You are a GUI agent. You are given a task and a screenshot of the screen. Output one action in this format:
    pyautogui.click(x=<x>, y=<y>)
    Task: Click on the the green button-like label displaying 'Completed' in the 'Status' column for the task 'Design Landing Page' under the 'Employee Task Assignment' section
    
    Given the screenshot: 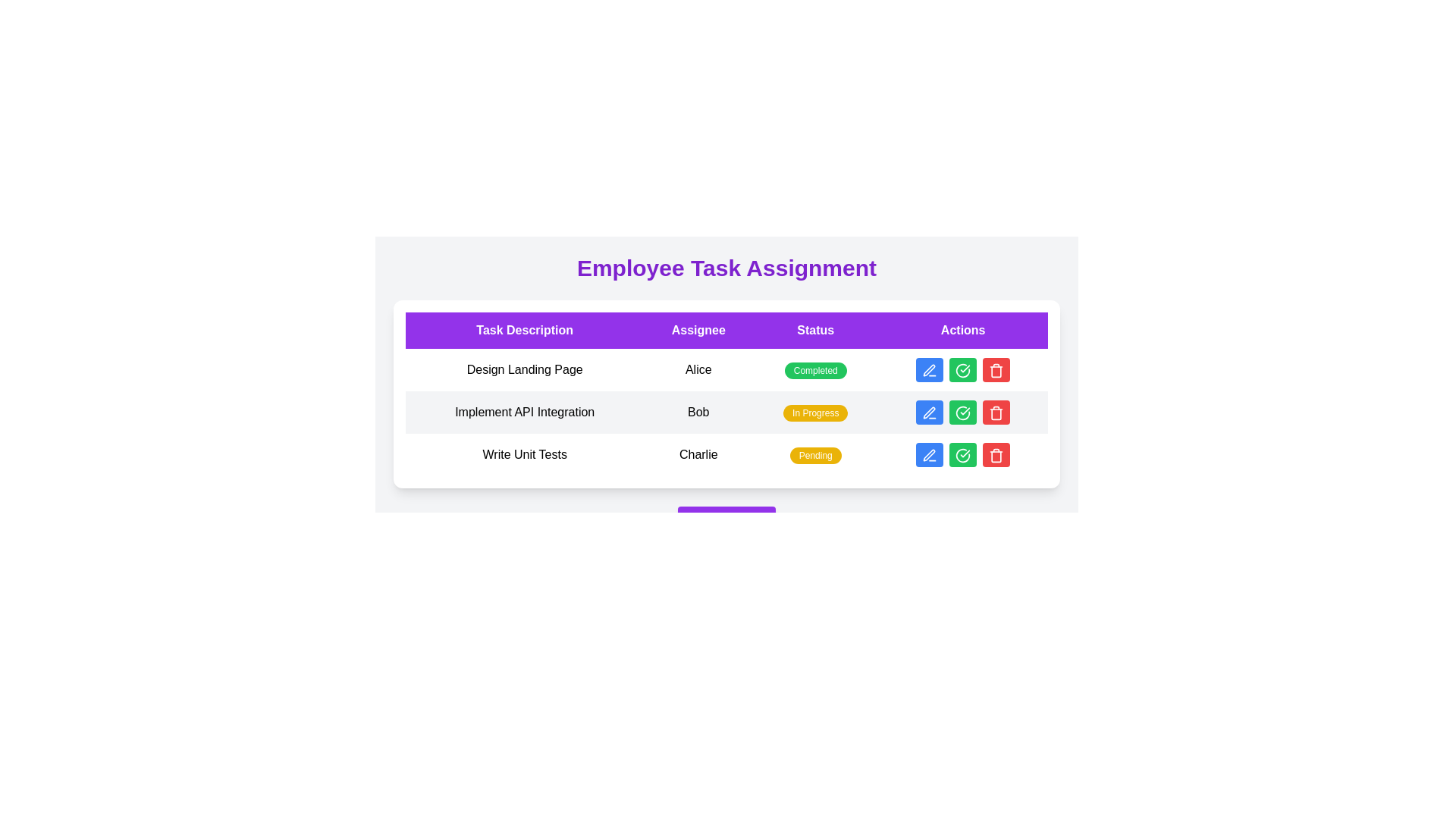 What is the action you would take?
    pyautogui.click(x=814, y=371)
    